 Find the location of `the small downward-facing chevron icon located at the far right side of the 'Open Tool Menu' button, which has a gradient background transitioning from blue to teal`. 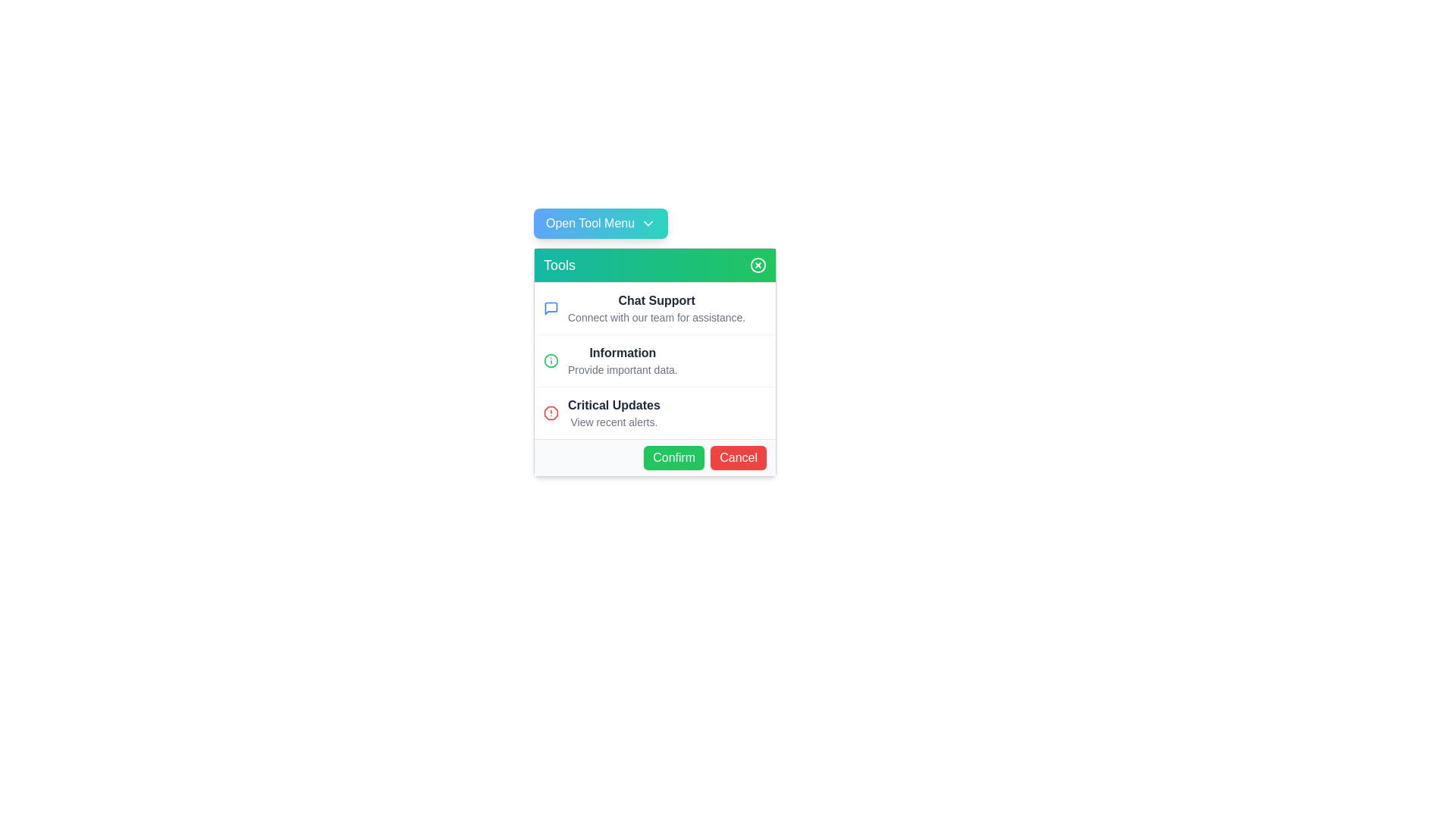

the small downward-facing chevron icon located at the far right side of the 'Open Tool Menu' button, which has a gradient background transitioning from blue to teal is located at coordinates (648, 223).